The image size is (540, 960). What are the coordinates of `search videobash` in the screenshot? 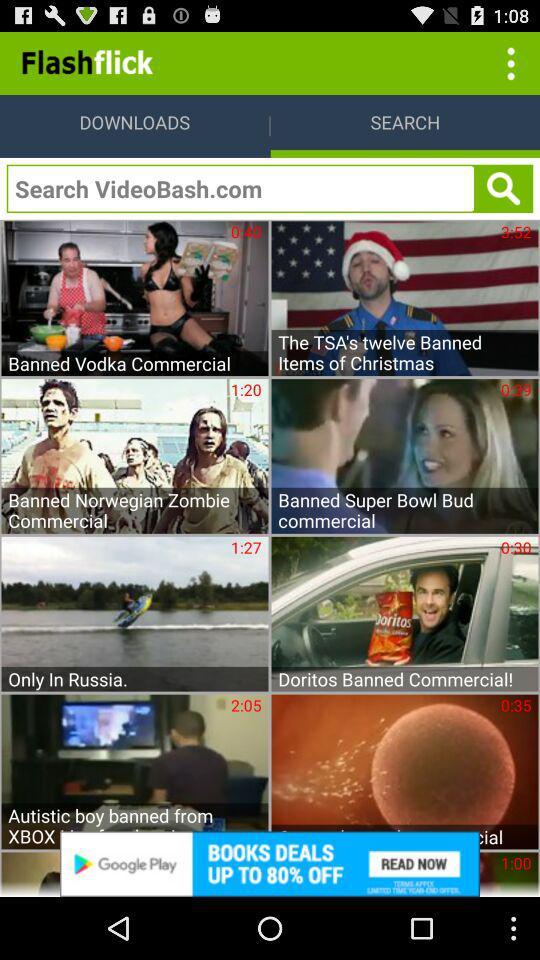 It's located at (240, 188).